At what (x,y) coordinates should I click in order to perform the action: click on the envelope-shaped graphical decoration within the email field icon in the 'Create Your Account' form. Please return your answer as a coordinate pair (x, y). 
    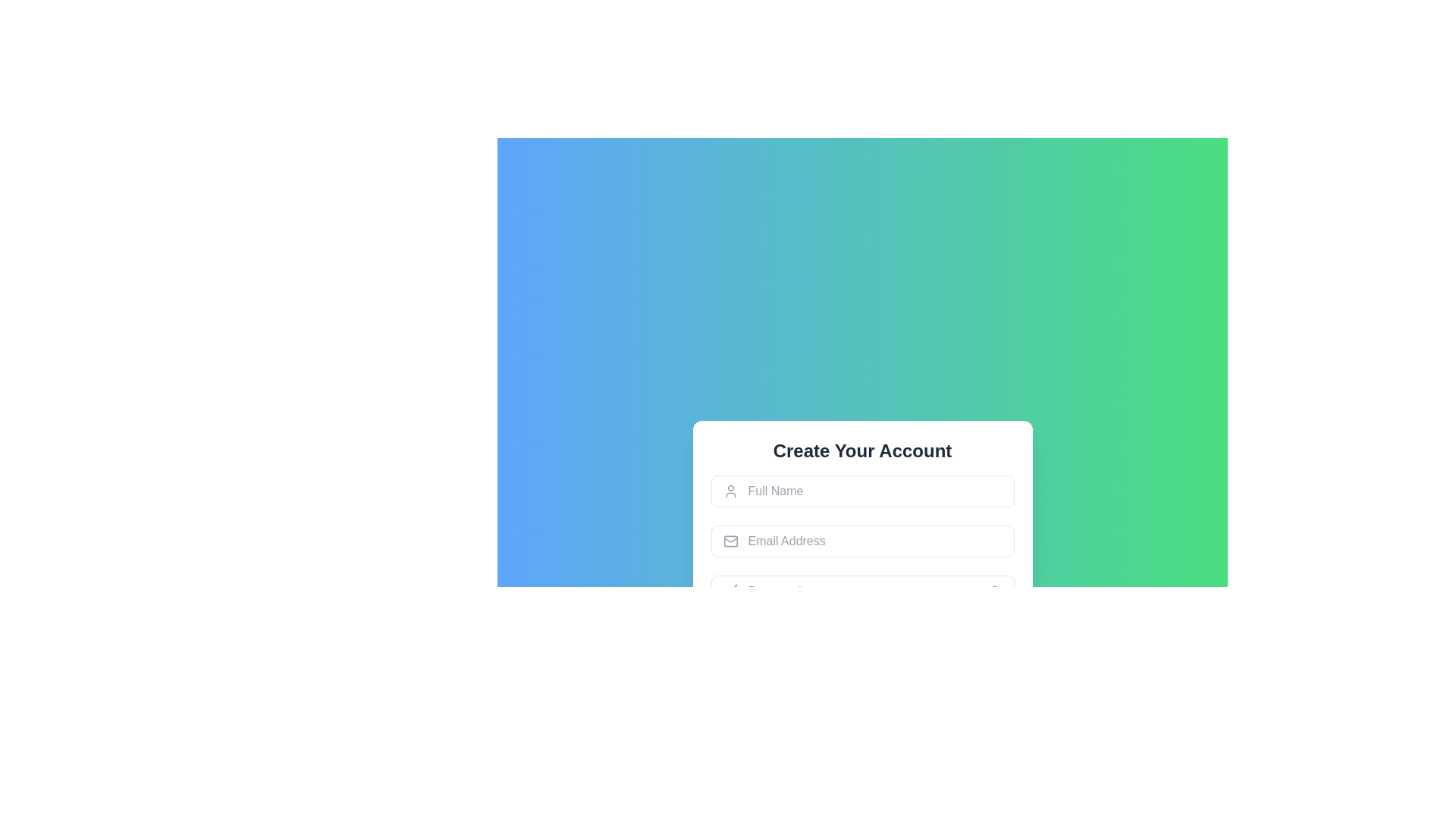
    Looking at the image, I should click on (730, 540).